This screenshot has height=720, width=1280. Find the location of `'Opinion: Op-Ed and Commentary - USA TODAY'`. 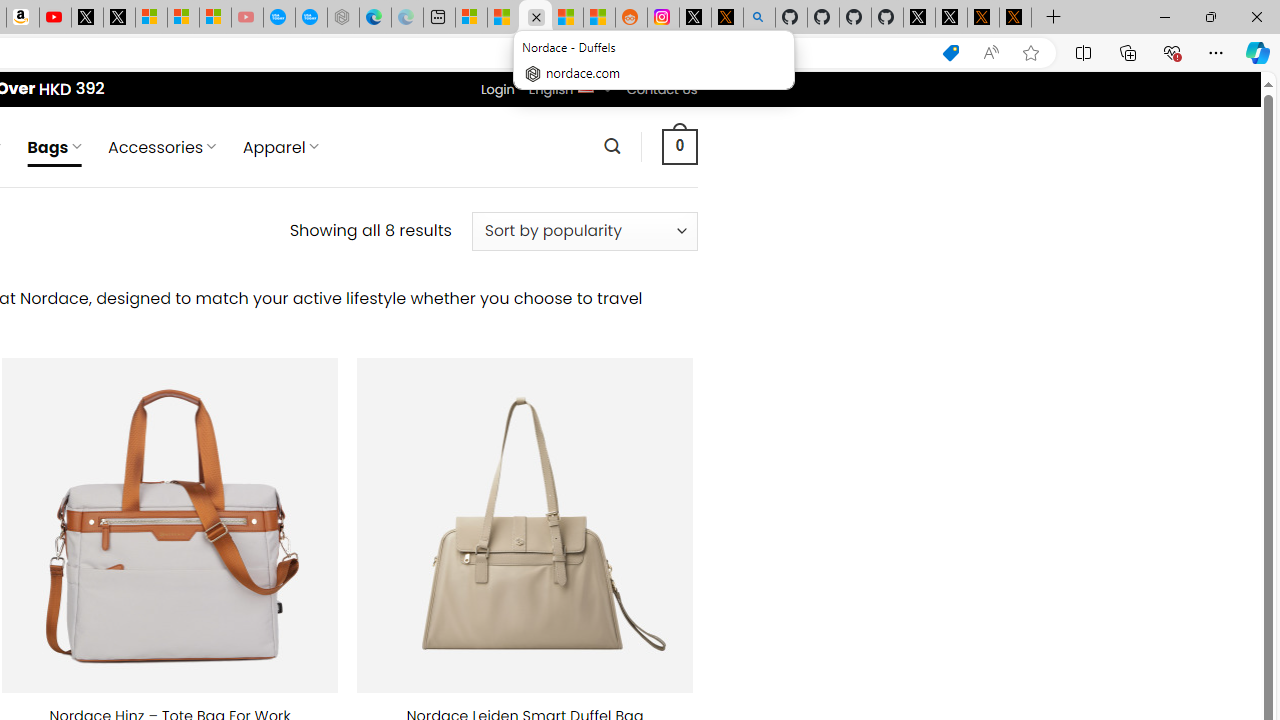

'Opinion: Op-Ed and Commentary - USA TODAY' is located at coordinates (278, 17).